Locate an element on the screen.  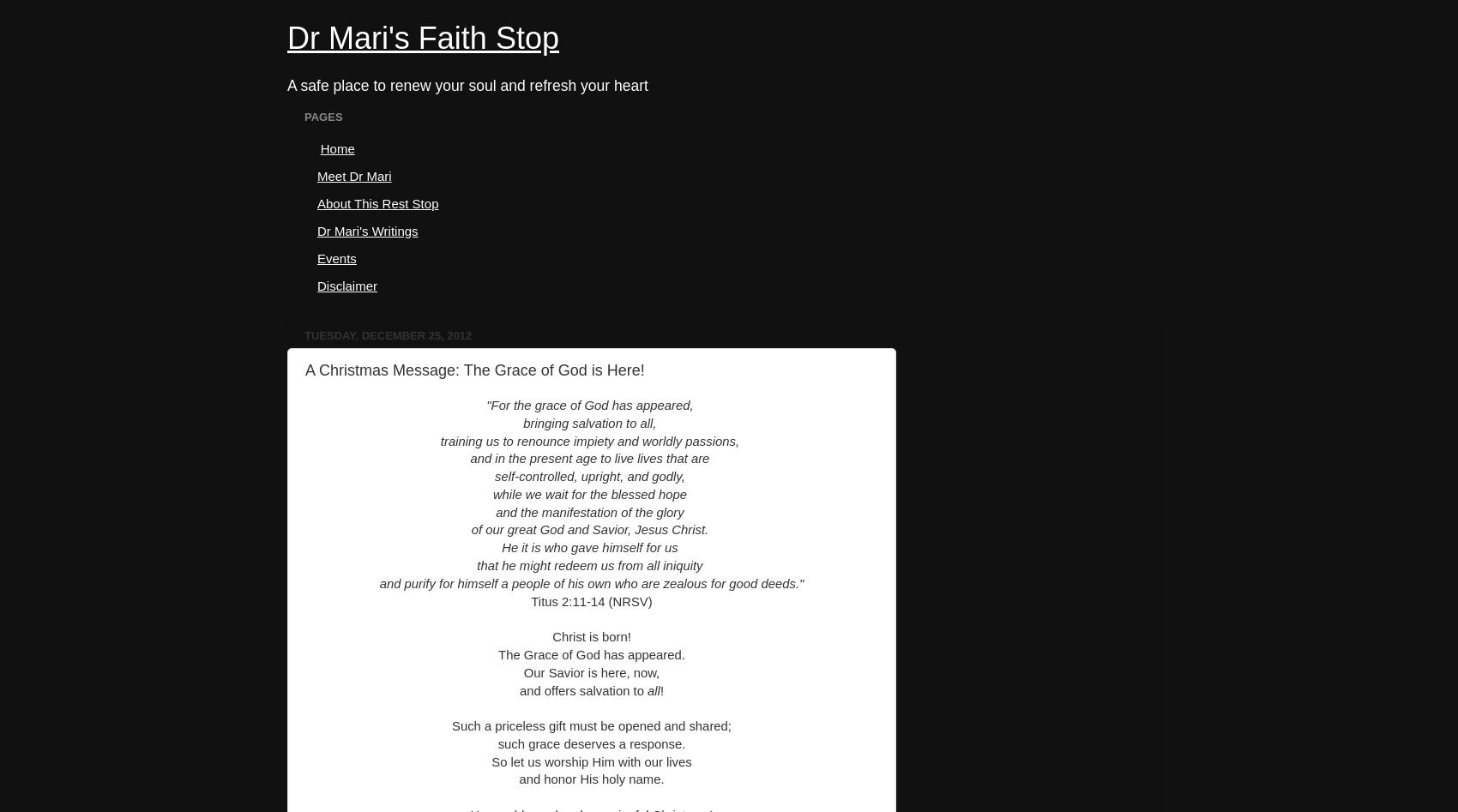
'all' is located at coordinates (652, 690).